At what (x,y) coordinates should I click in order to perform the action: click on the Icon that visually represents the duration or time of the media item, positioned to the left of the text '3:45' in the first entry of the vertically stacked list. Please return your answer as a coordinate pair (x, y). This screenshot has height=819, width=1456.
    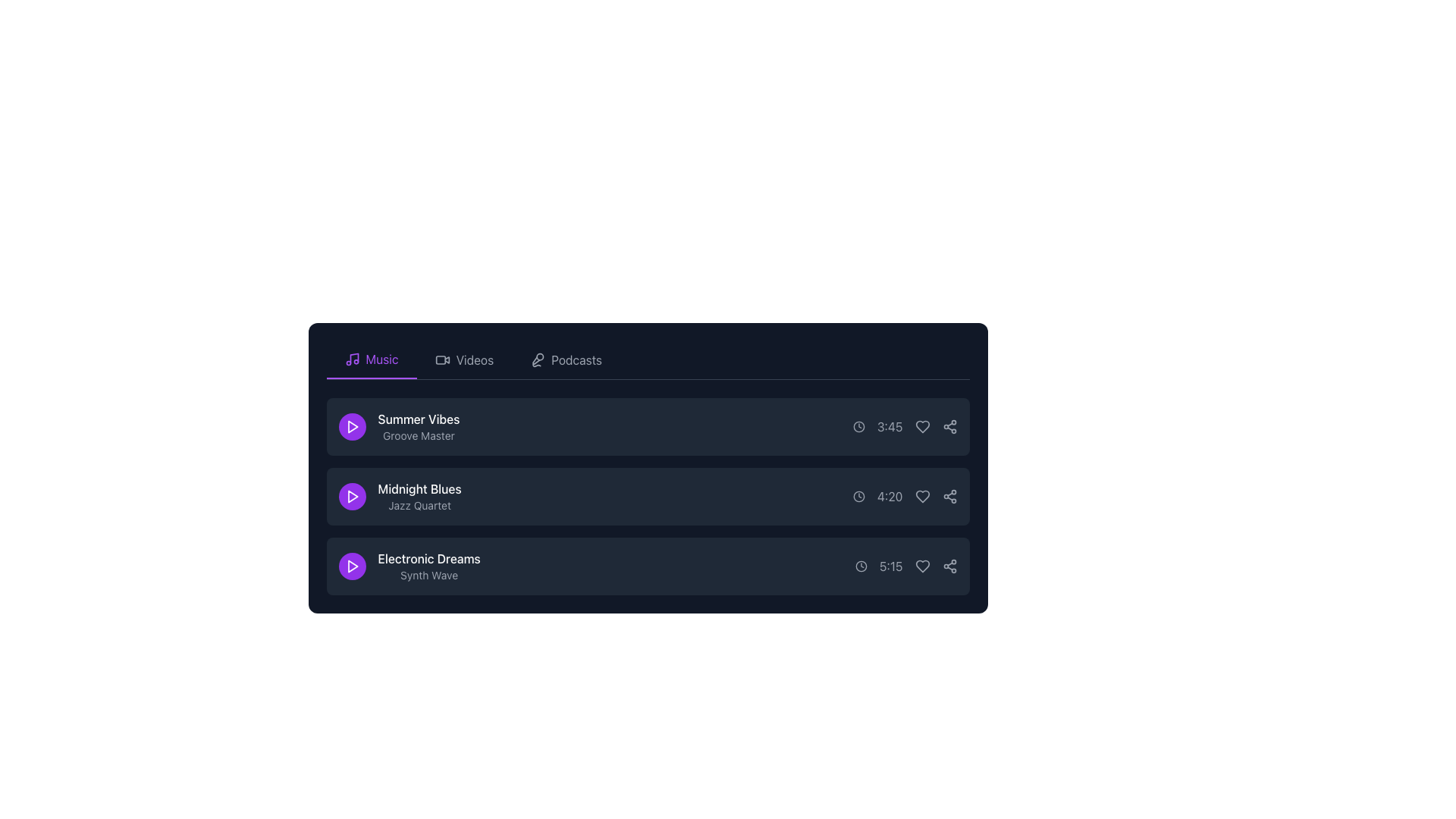
    Looking at the image, I should click on (858, 427).